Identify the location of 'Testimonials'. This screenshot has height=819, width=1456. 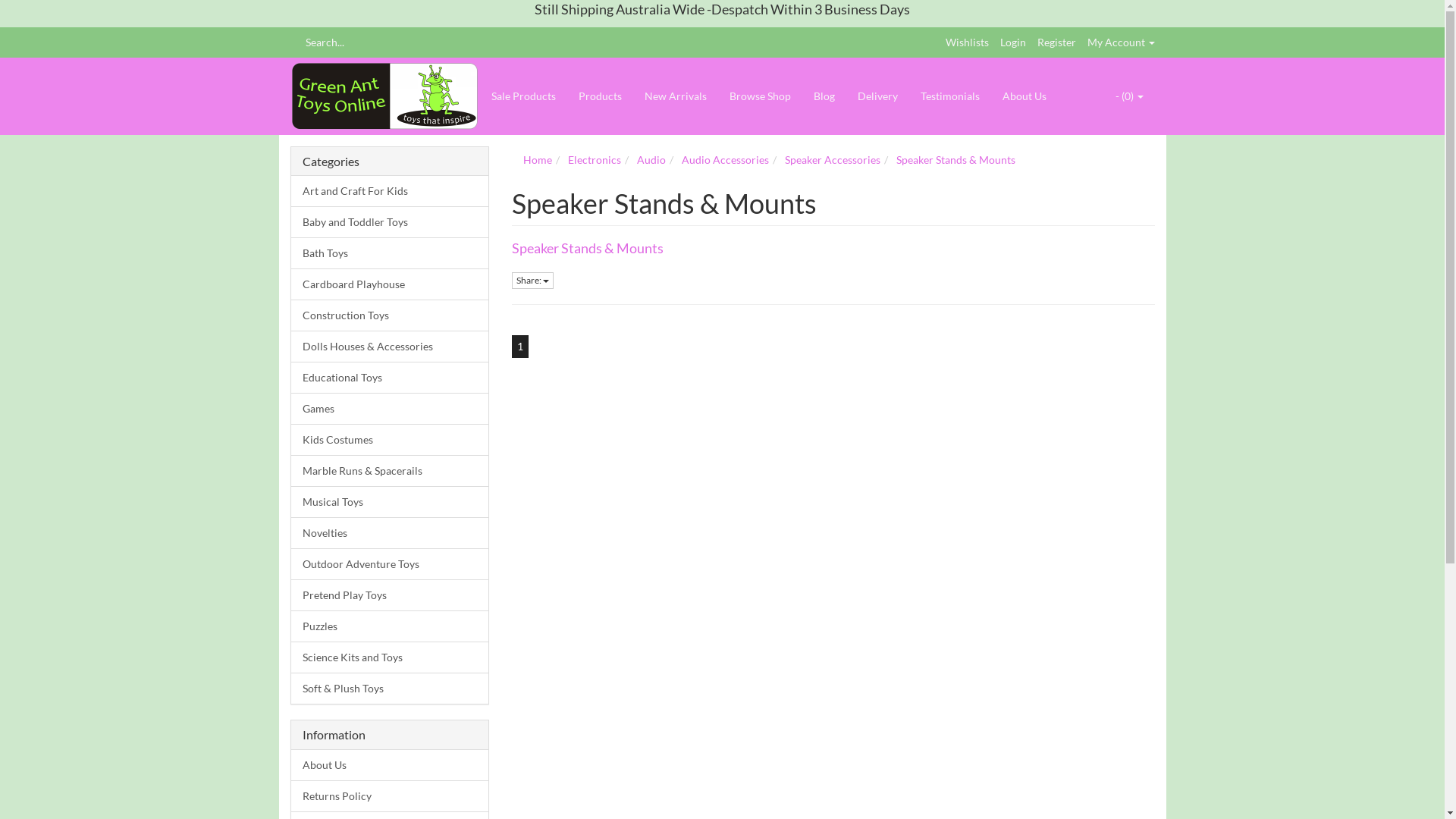
(908, 96).